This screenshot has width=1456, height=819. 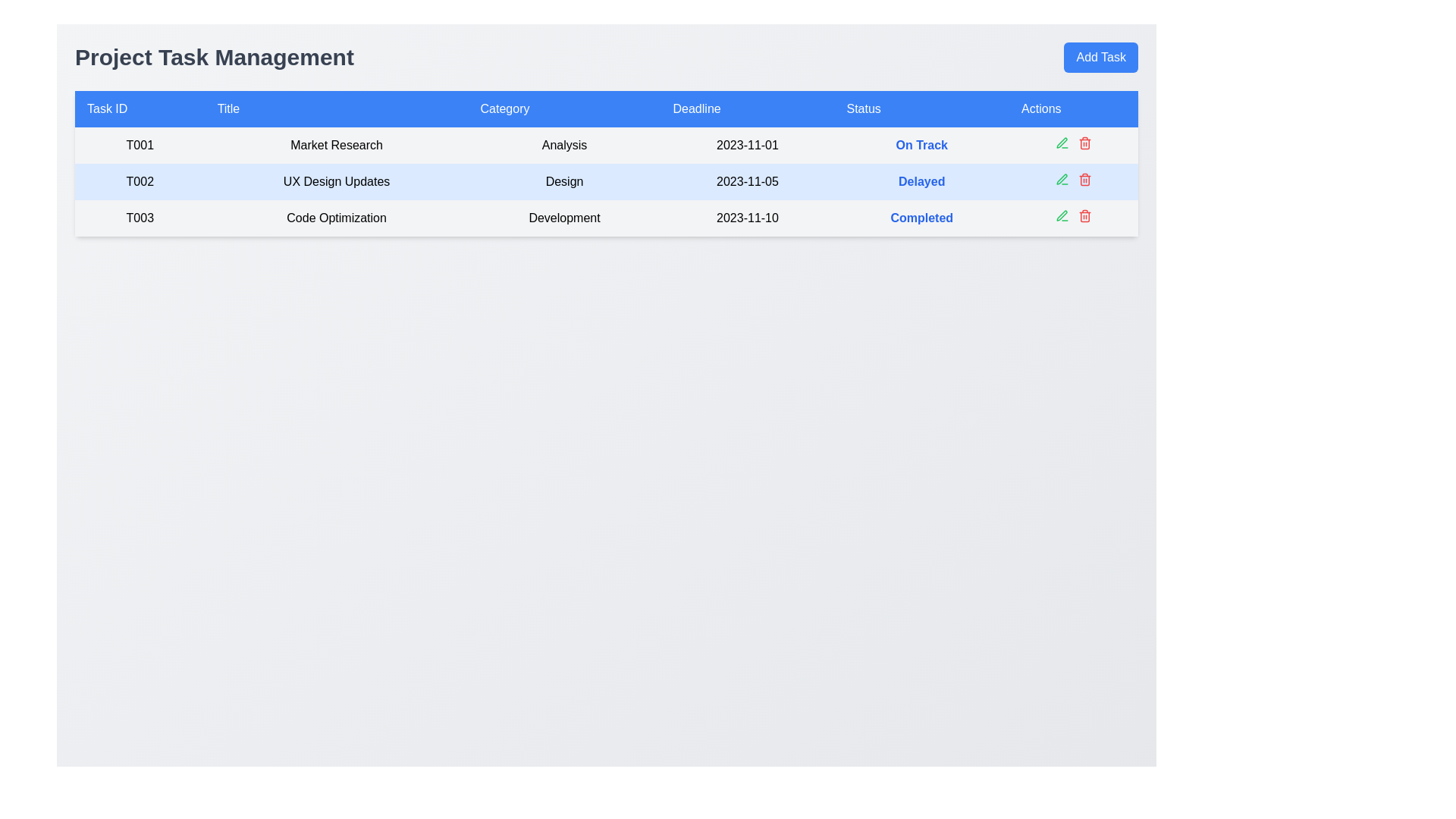 What do you see at coordinates (336, 218) in the screenshot?
I see `text element serving as the title of the task labeled 'T003' with a focus on 'Code Optimization', located in the third row of the table under the 'Title' column` at bounding box center [336, 218].